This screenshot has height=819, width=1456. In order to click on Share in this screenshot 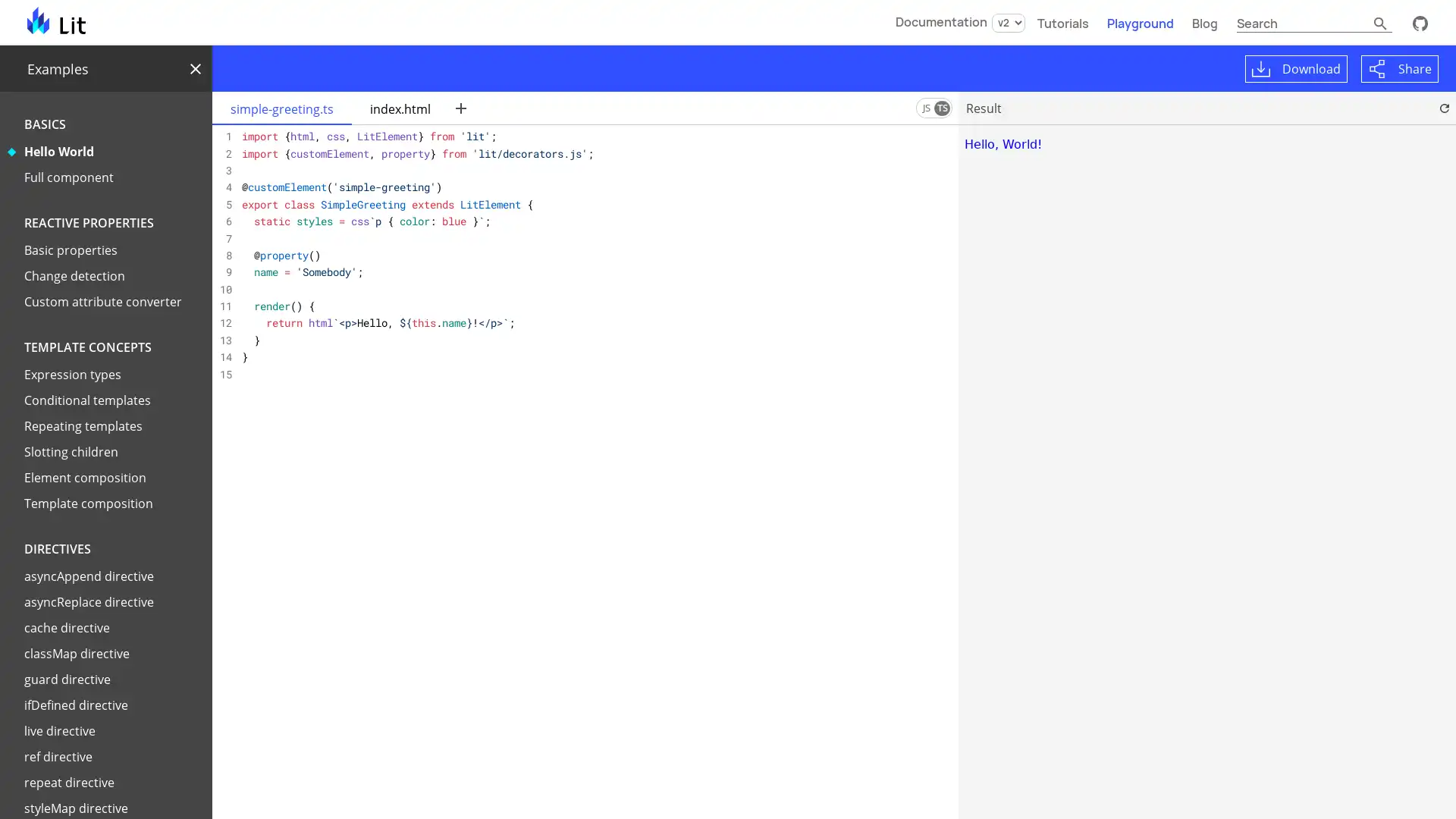, I will do `click(1398, 67)`.